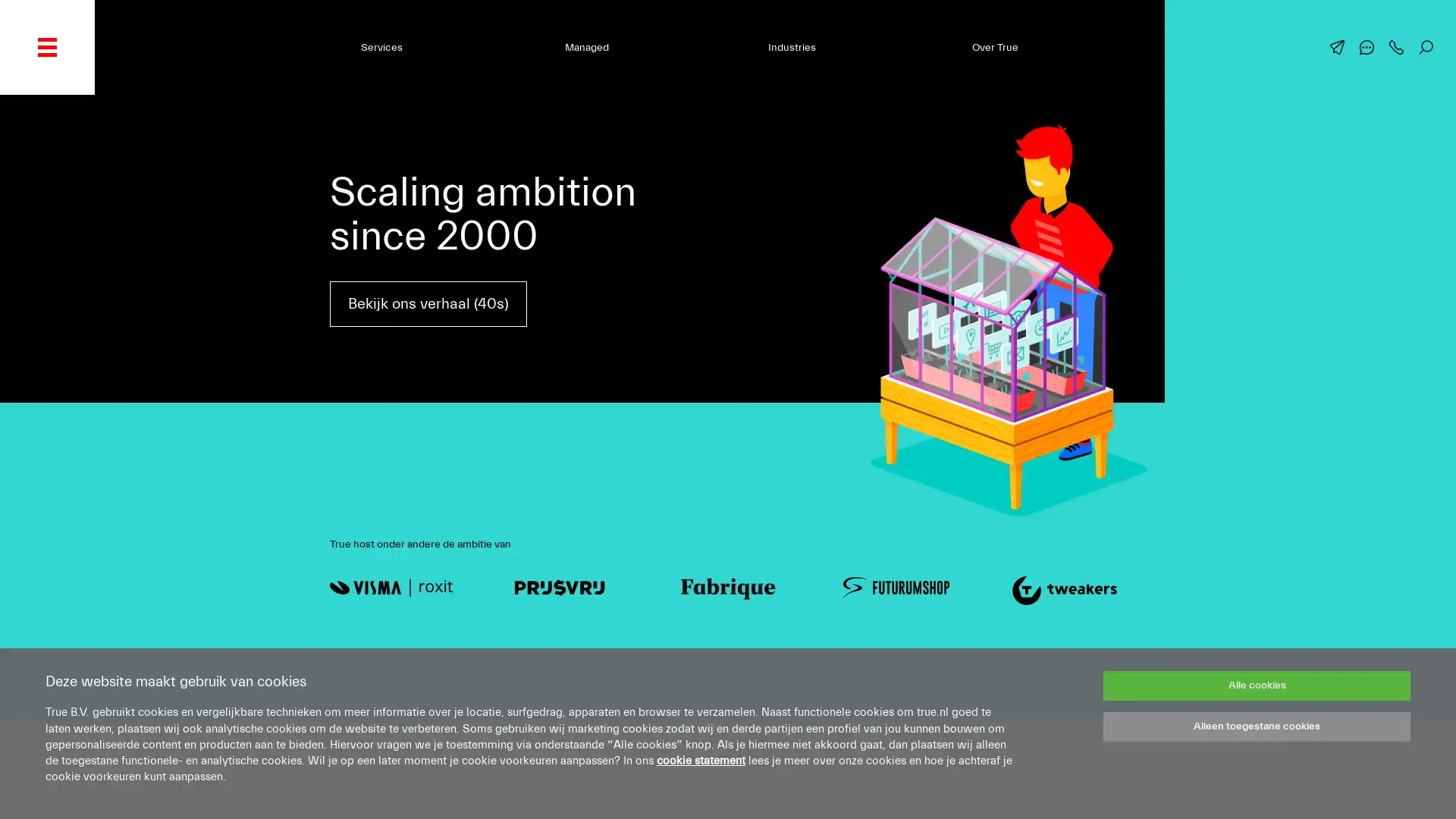 The height and width of the screenshot is (819, 1456). I want to click on Alle cookies, so click(1257, 678).